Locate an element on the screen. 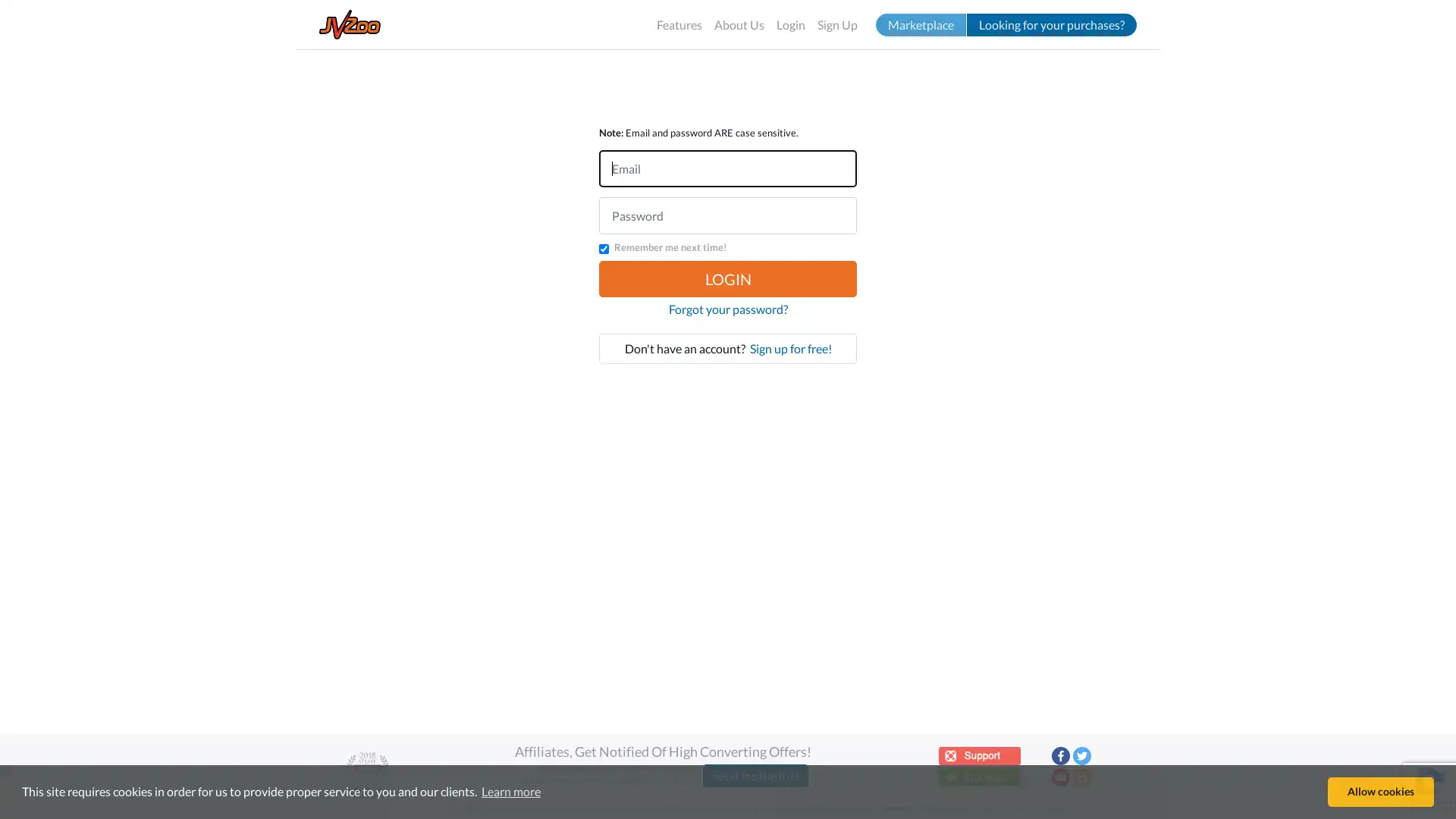  allow cookies is located at coordinates (1380, 791).